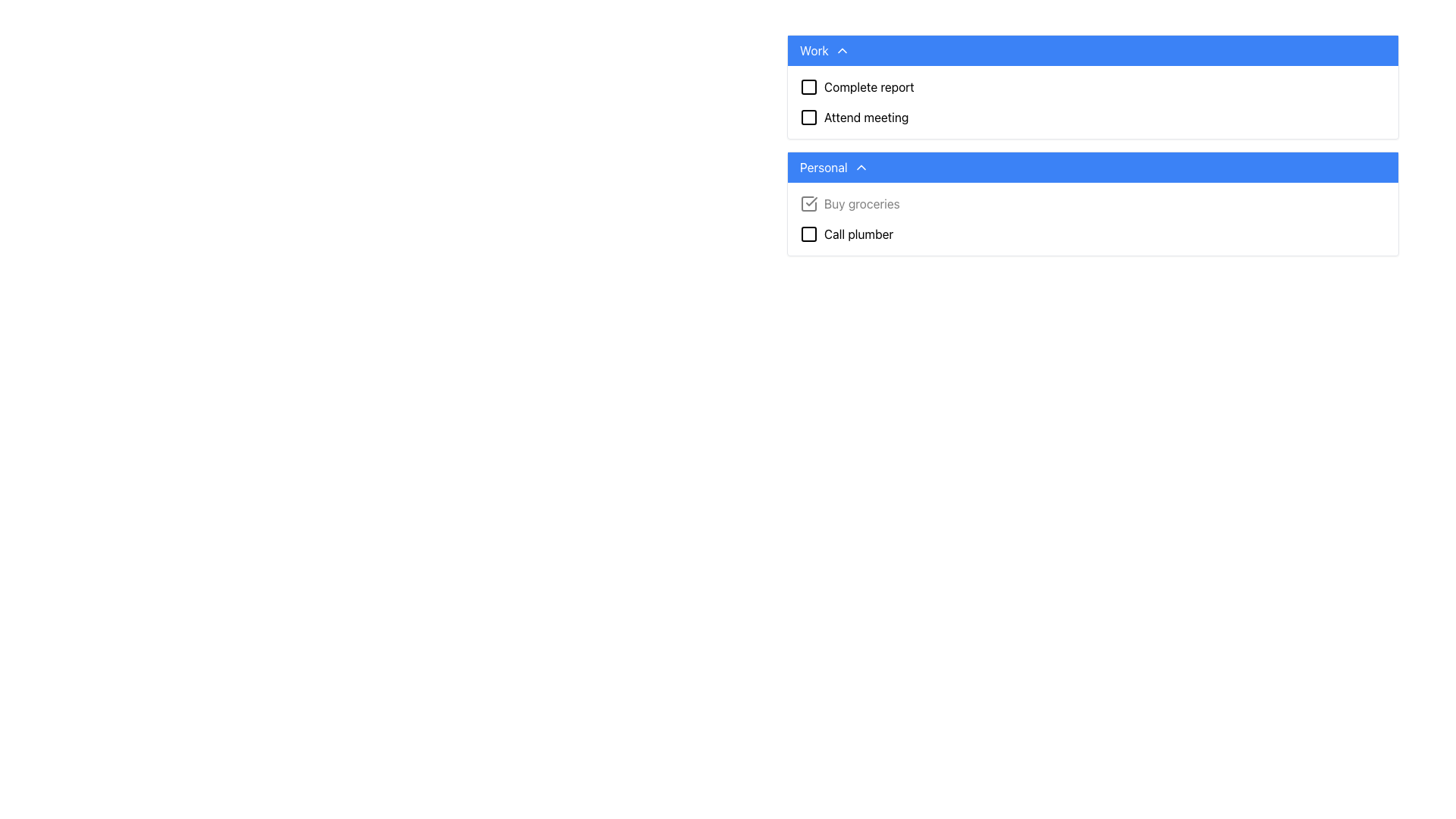 The image size is (1456, 819). Describe the element at coordinates (808, 87) in the screenshot. I see `the interactive checkbox located in the 'Work' category group, positioned to the left of the 'Complete report' text` at that location.